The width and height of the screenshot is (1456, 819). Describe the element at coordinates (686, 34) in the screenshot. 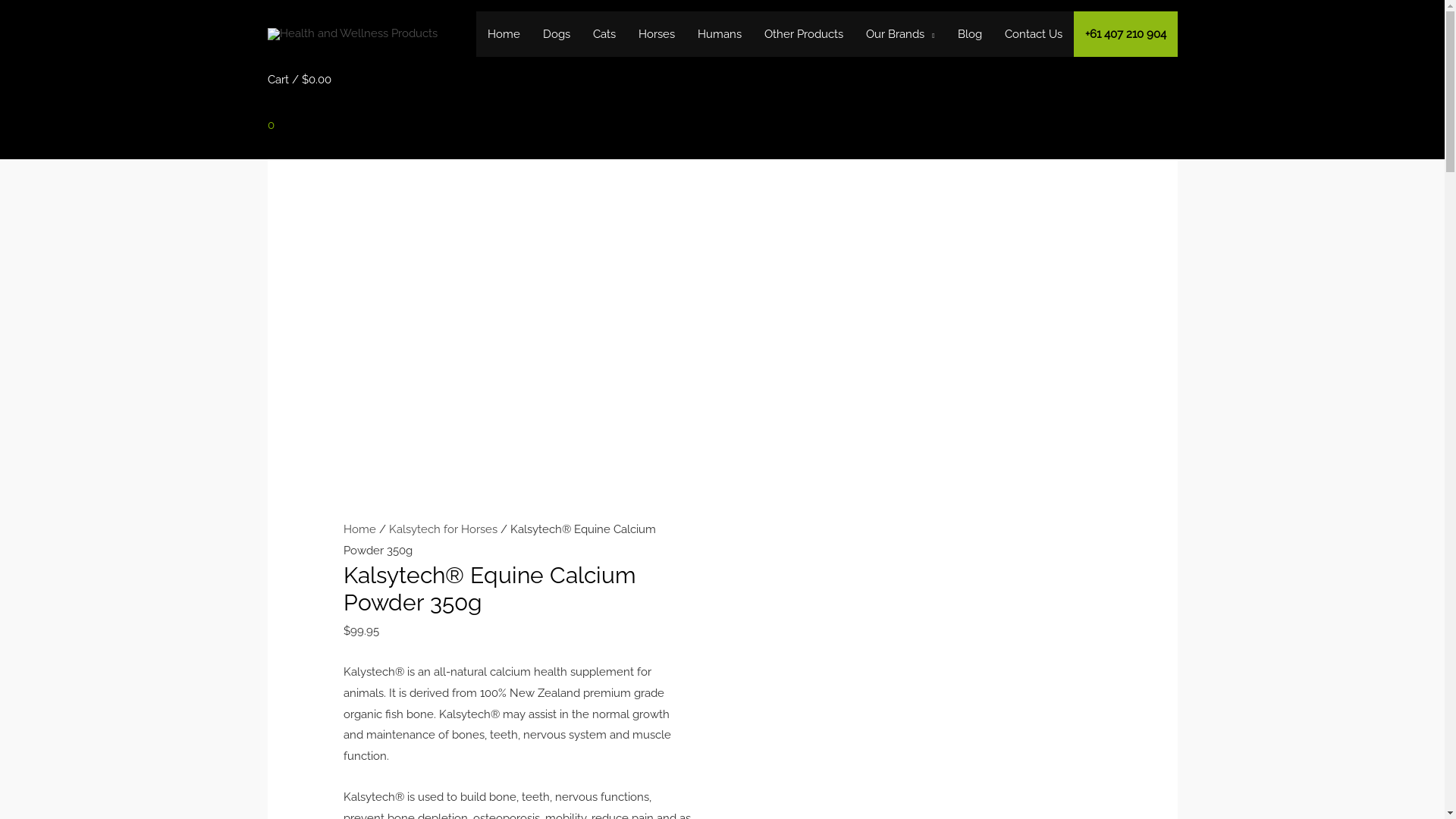

I see `'Humans'` at that location.